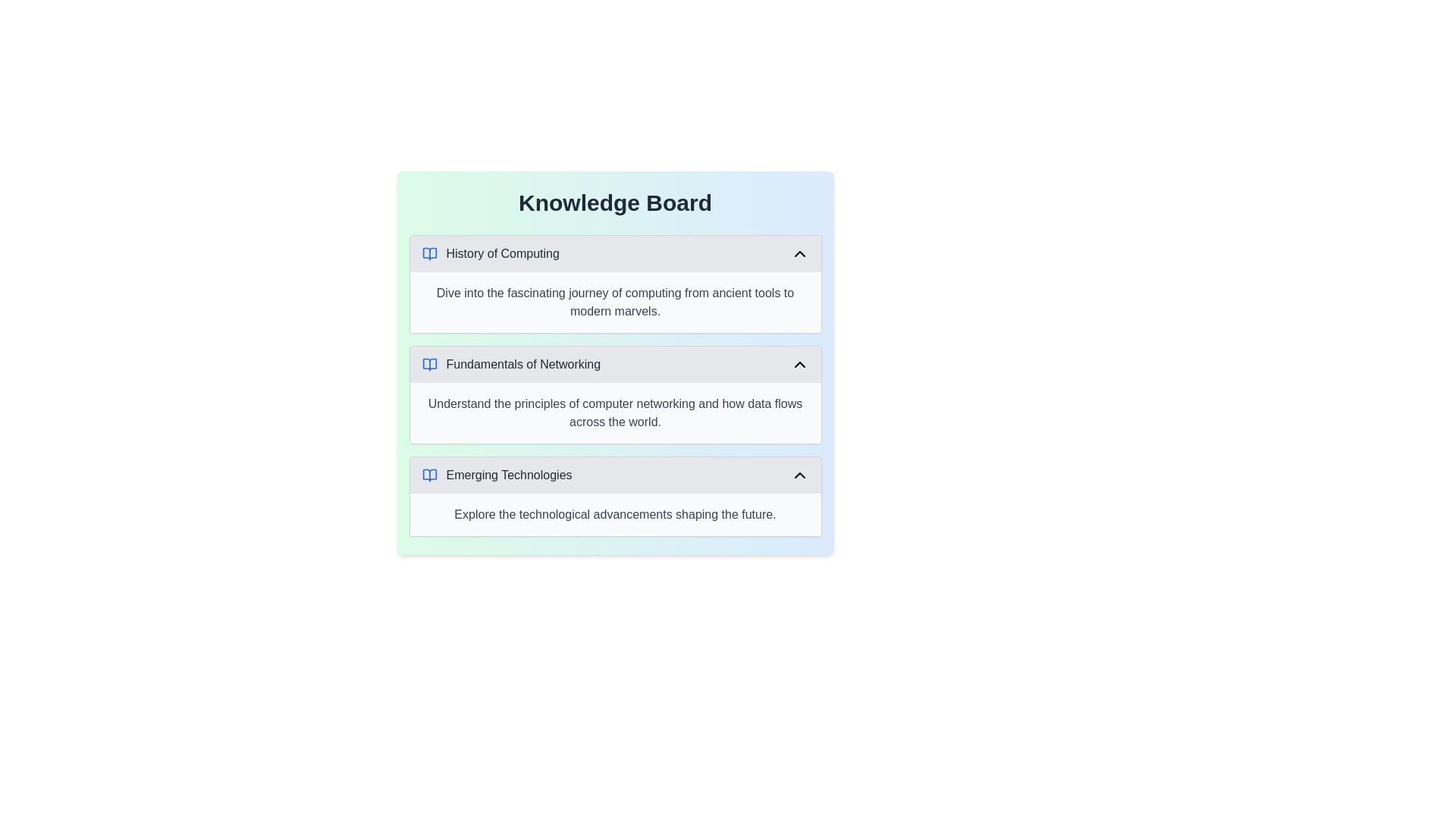 This screenshot has height=819, width=1456. I want to click on the upward-pointing chevron icon located on the right-hand side of the 'History of Computing' section, so click(799, 253).